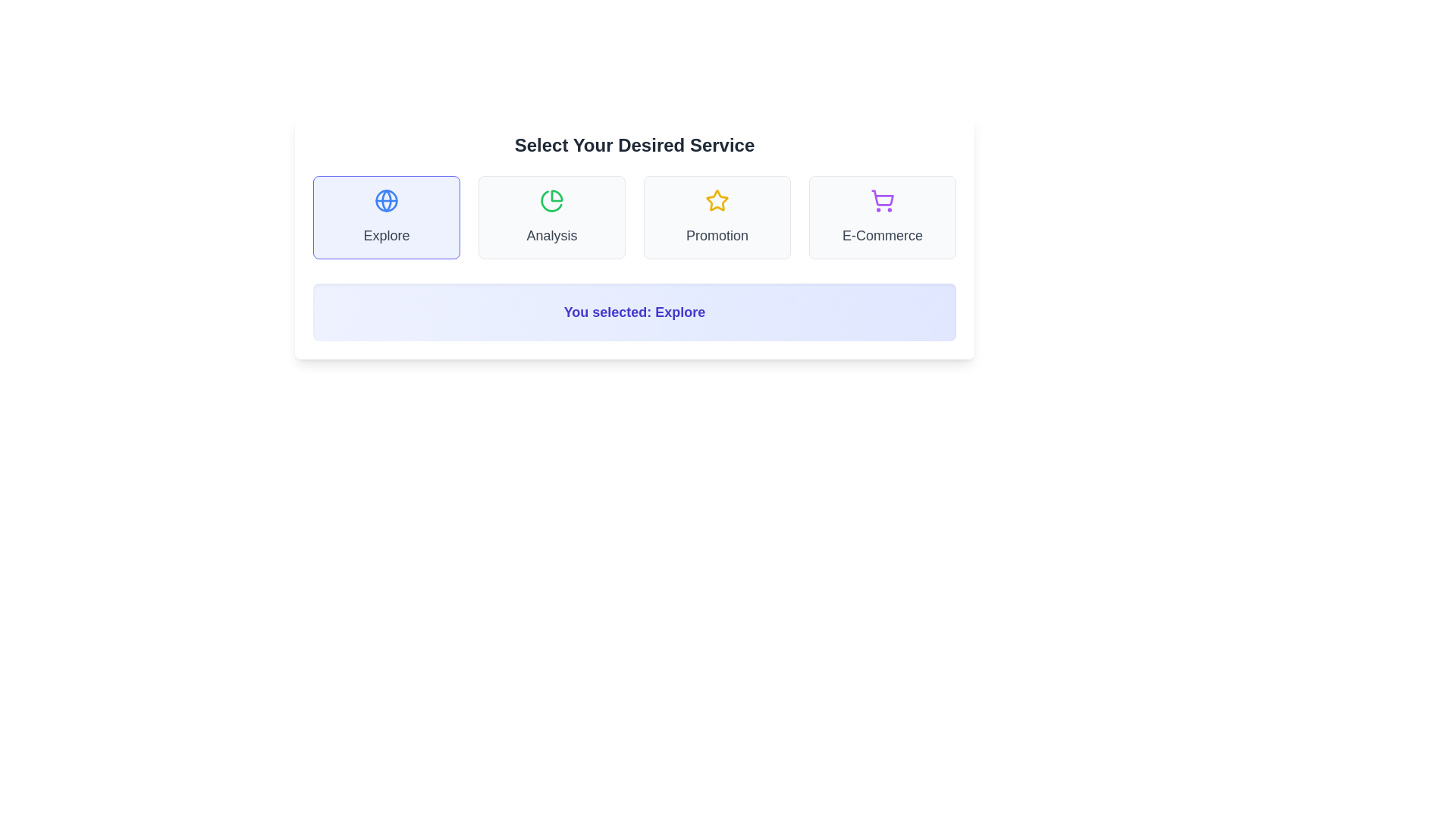 The height and width of the screenshot is (819, 1456). What do you see at coordinates (716, 217) in the screenshot?
I see `the third card labeled 'Promotion' in the horizontally aligned grid of service options` at bounding box center [716, 217].